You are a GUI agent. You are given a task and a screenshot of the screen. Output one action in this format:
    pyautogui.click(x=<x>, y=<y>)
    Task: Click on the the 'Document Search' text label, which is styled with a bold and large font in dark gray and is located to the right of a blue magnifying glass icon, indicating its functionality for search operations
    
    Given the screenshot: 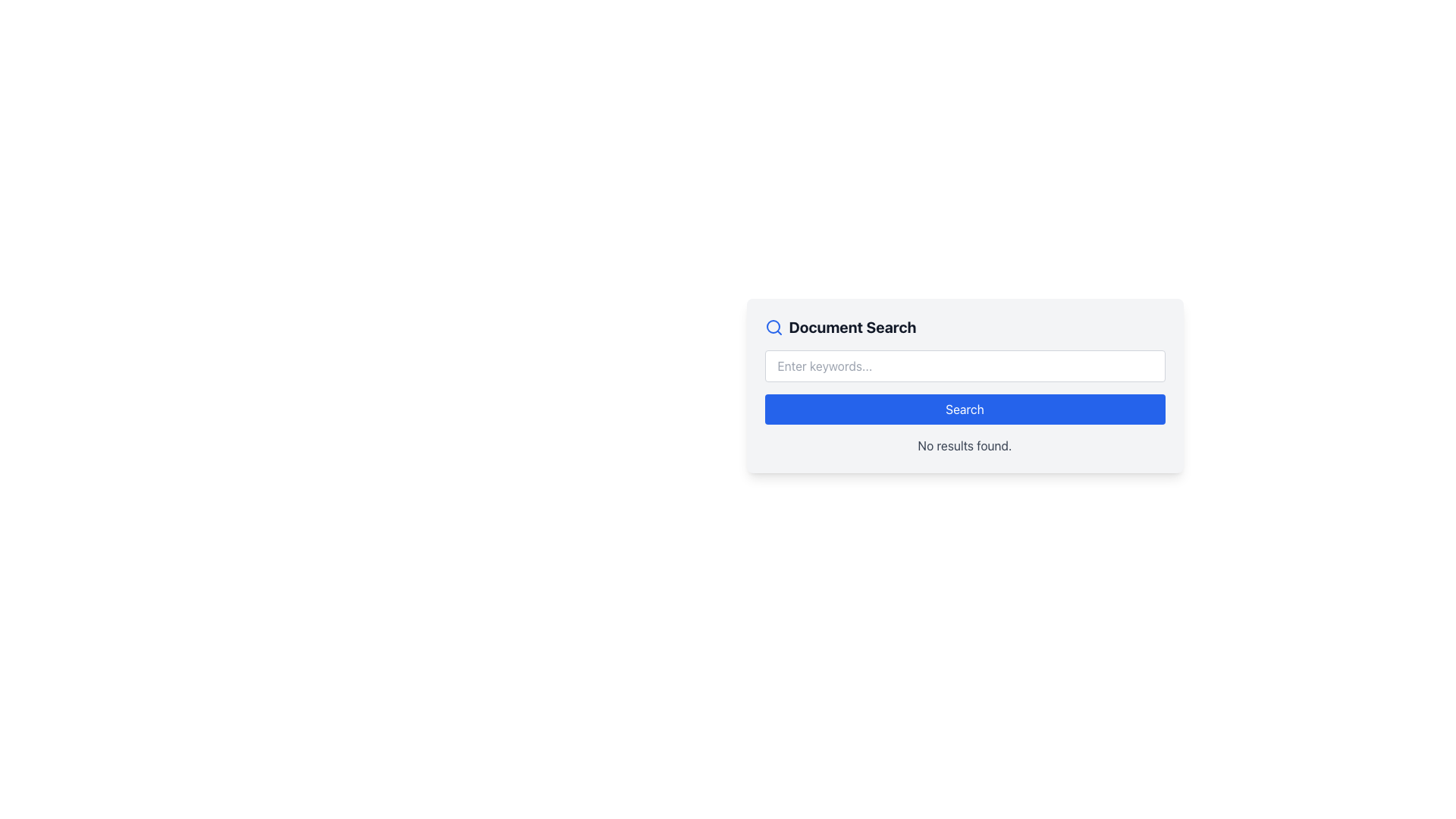 What is the action you would take?
    pyautogui.click(x=852, y=327)
    